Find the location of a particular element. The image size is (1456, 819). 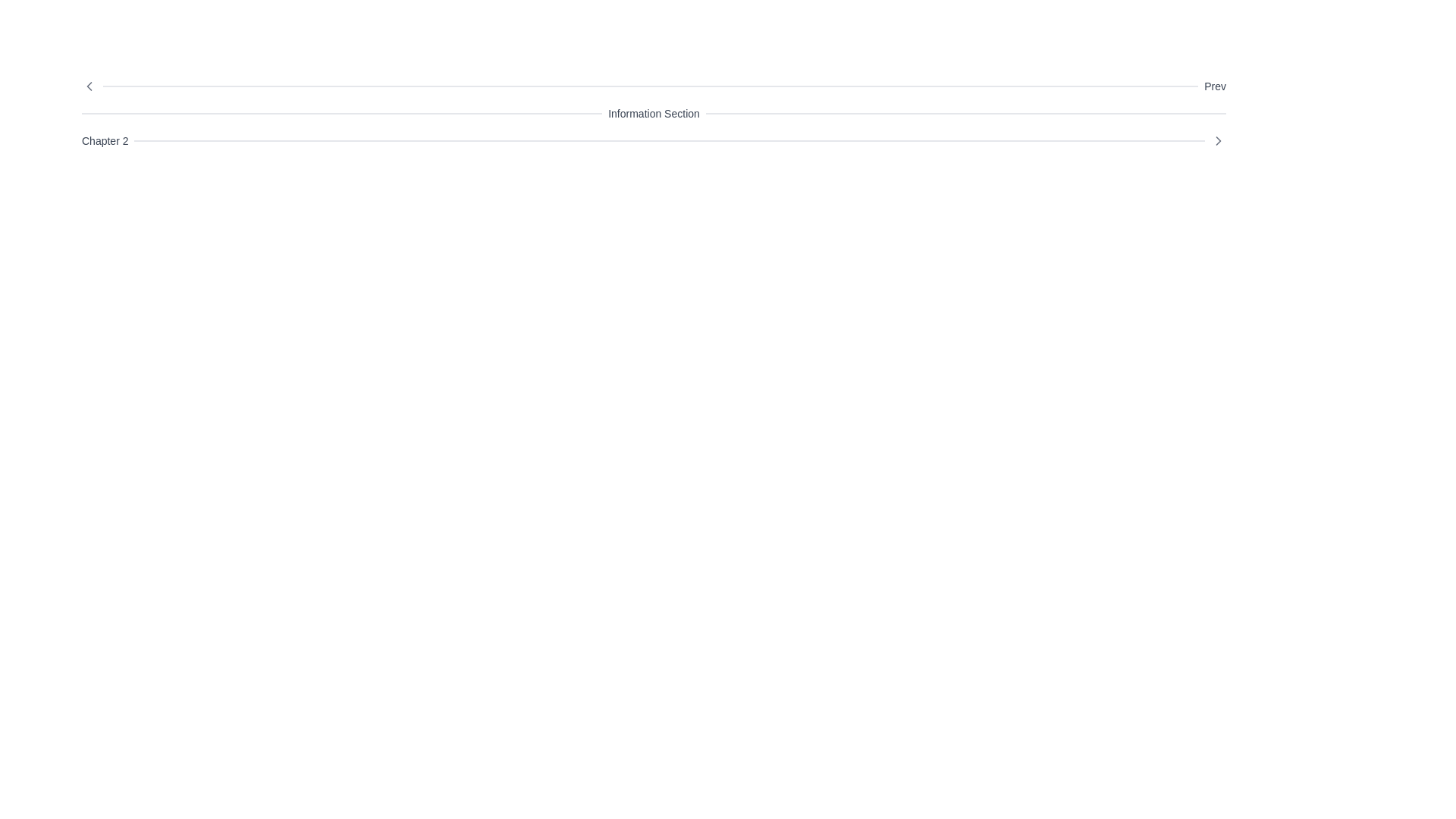

the left-chevron icon with a gray outline, which is part of a navigation control and is positioned to the left of the text 'Prev' is located at coordinates (89, 86).